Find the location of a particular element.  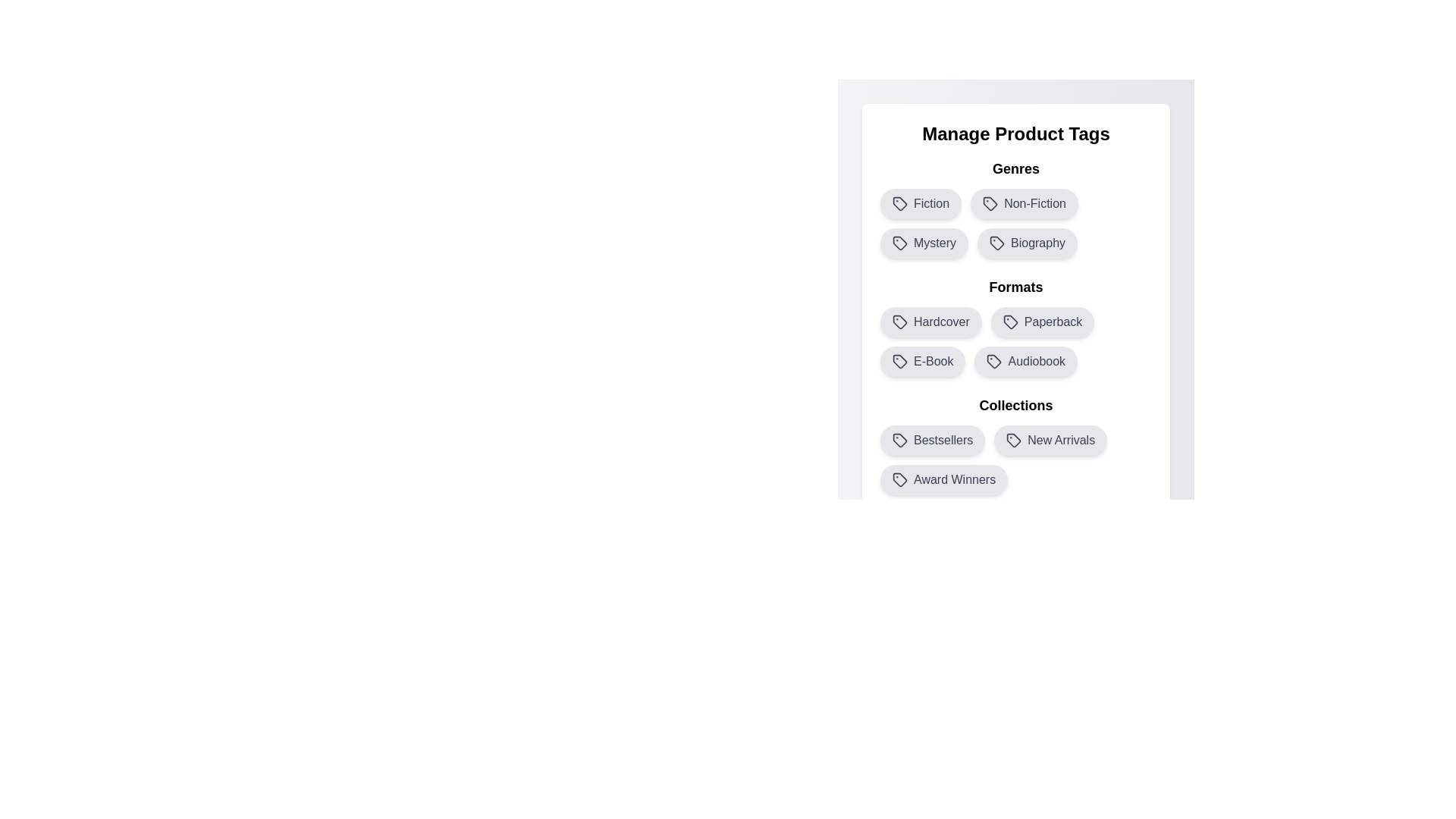

the geometric tag-shaped icon located in the second row of the 'Genres' section beneath the 'Manage Product Tags' heading is located at coordinates (899, 242).